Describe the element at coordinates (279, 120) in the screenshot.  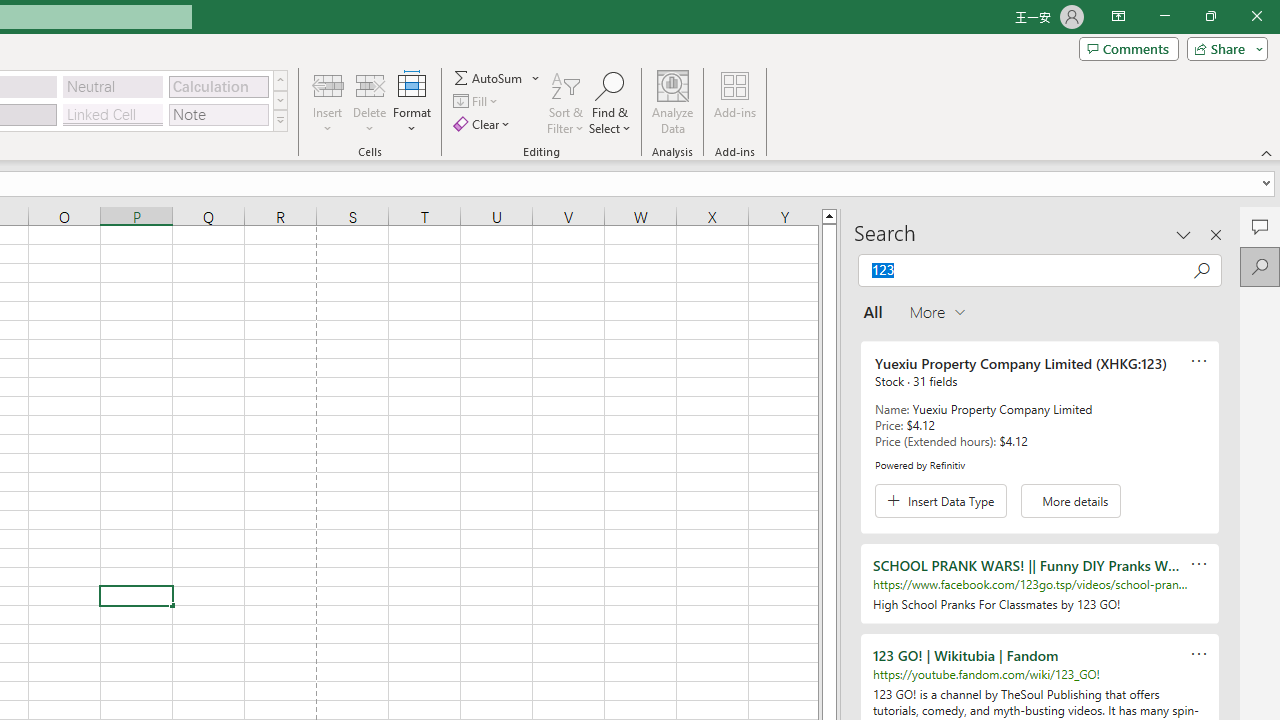
I see `'Class: NetUIImage'` at that location.